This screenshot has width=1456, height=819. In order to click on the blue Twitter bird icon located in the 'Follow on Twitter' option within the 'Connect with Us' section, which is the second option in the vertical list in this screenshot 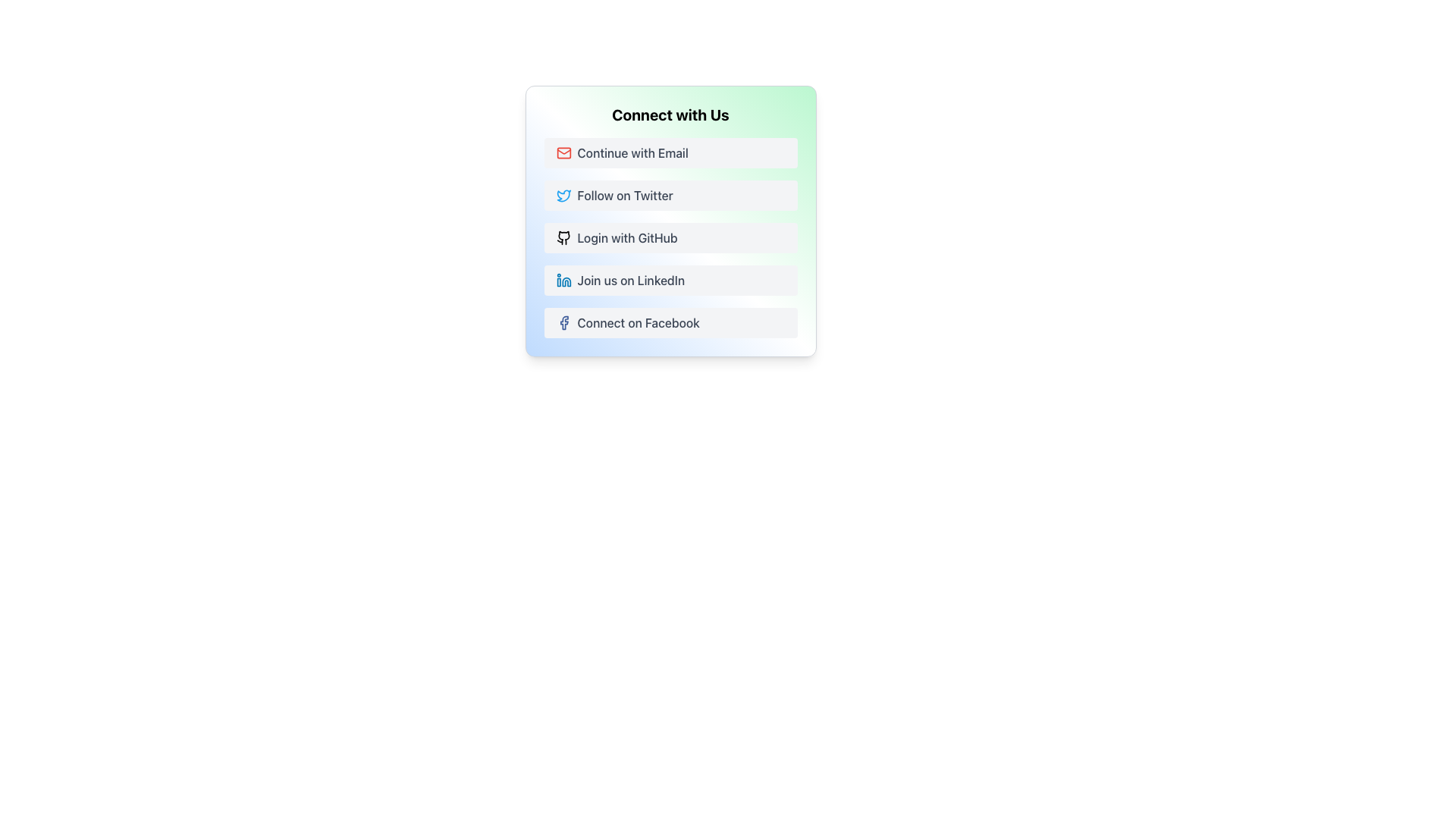, I will do `click(563, 195)`.